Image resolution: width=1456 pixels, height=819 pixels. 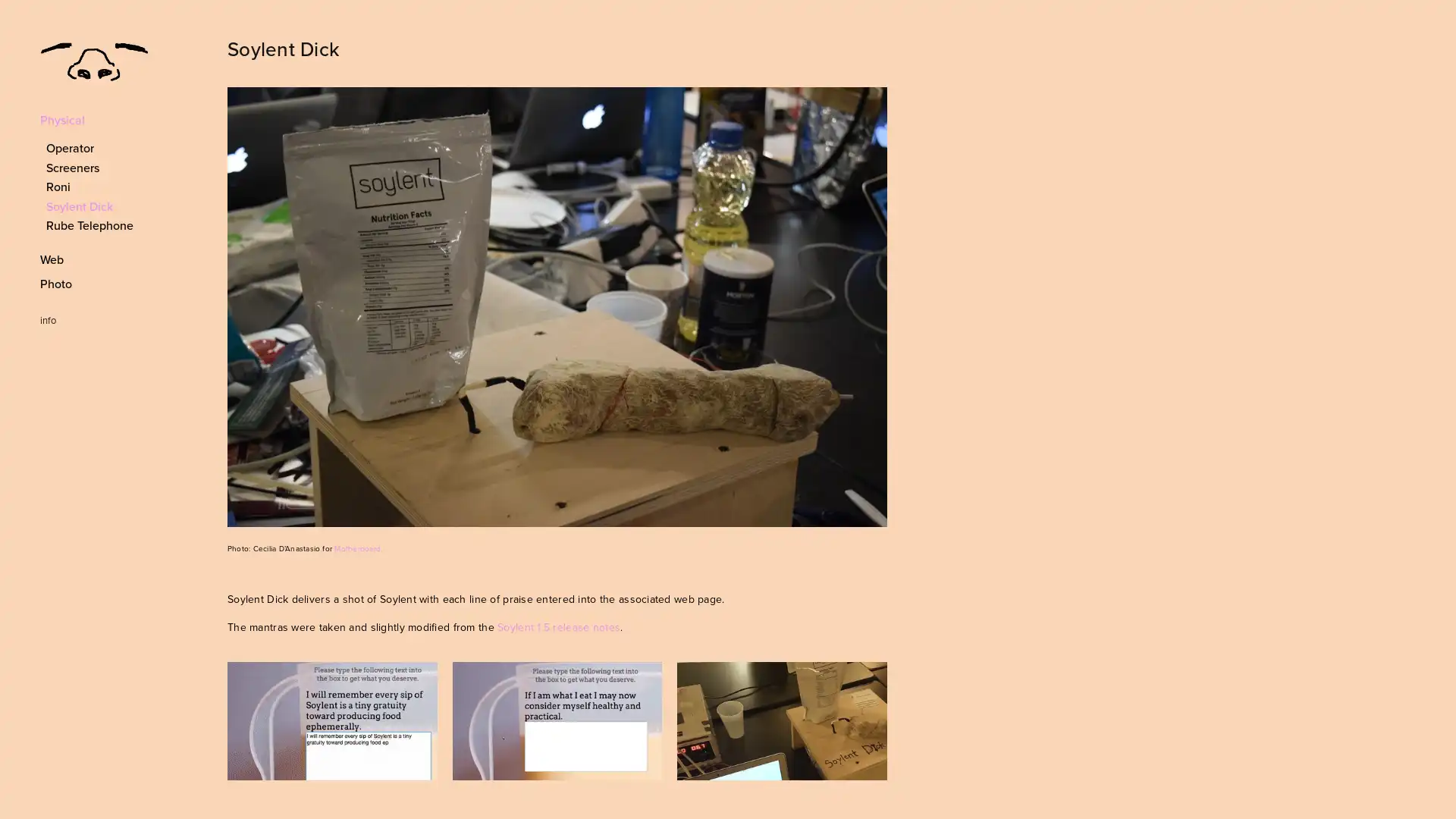 What do you see at coordinates (331, 720) in the screenshot?
I see `View fullsize soylent-dick-nicole.gif` at bounding box center [331, 720].